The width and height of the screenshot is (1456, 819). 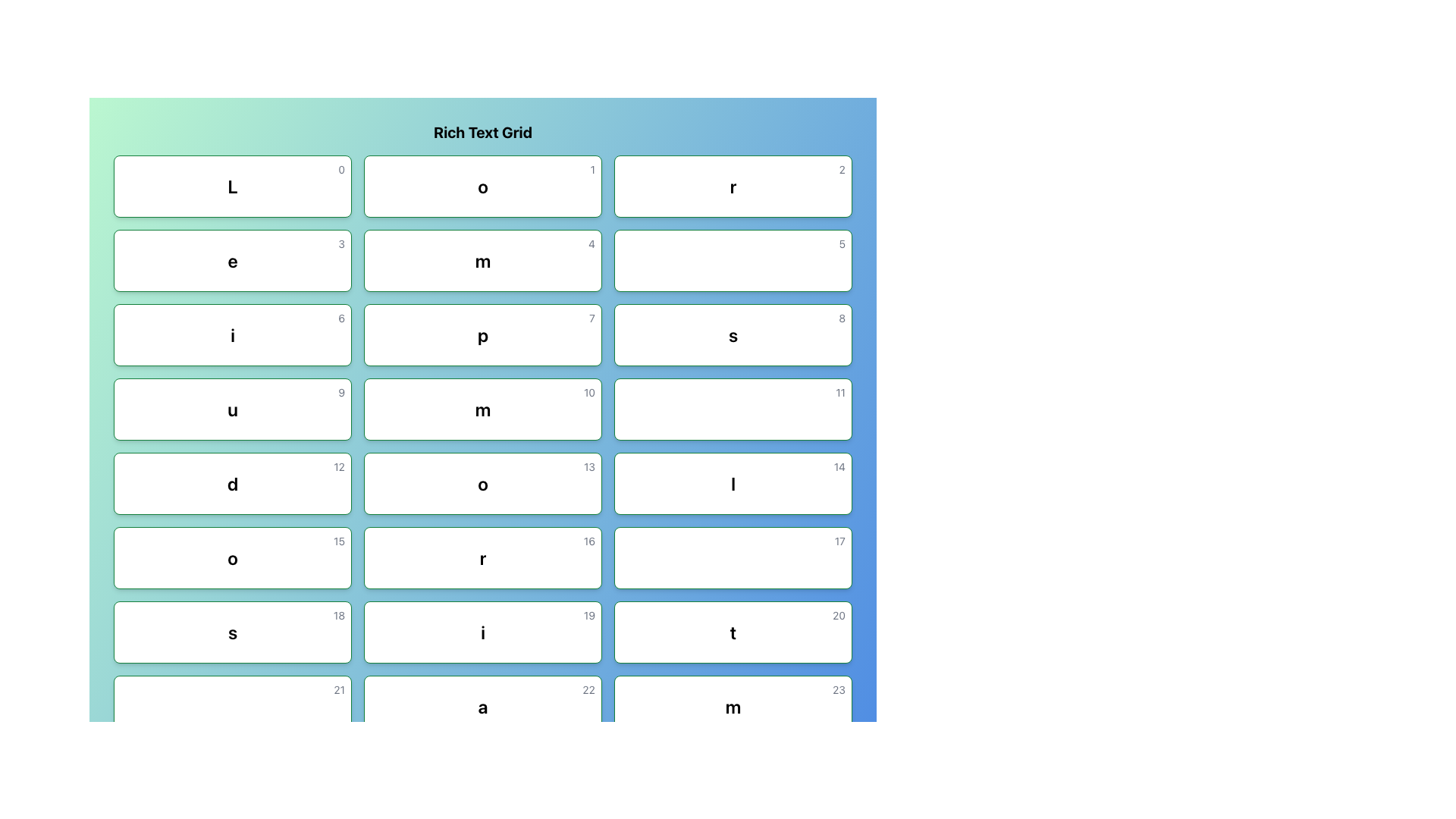 What do you see at coordinates (588, 391) in the screenshot?
I see `the Text label displaying the number 10, located in the top-right corner of the card labeled 'm' in the second column of the fifth row` at bounding box center [588, 391].